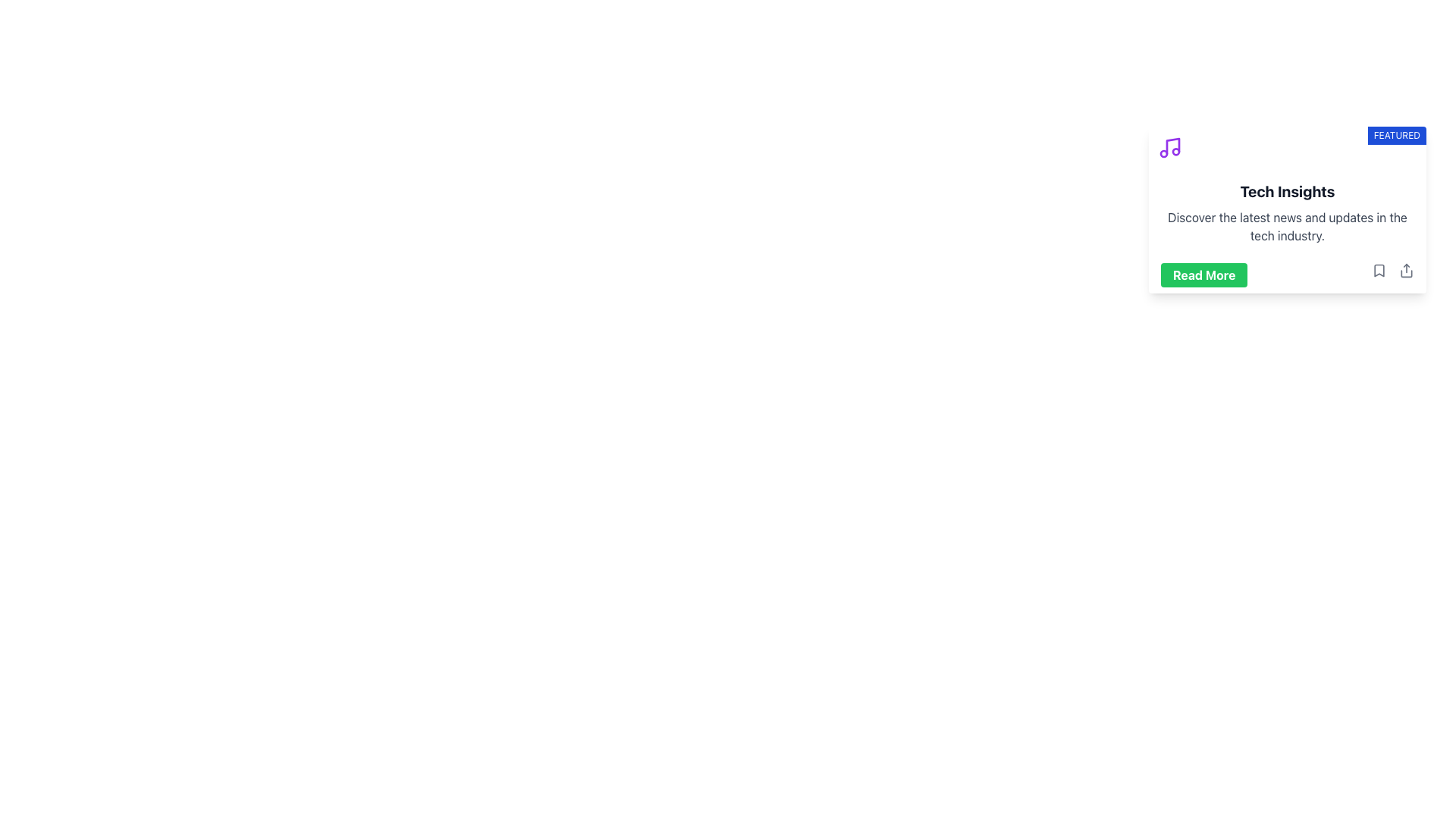  Describe the element at coordinates (1203, 275) in the screenshot. I see `the green rectangular button labeled 'Read More'` at that location.